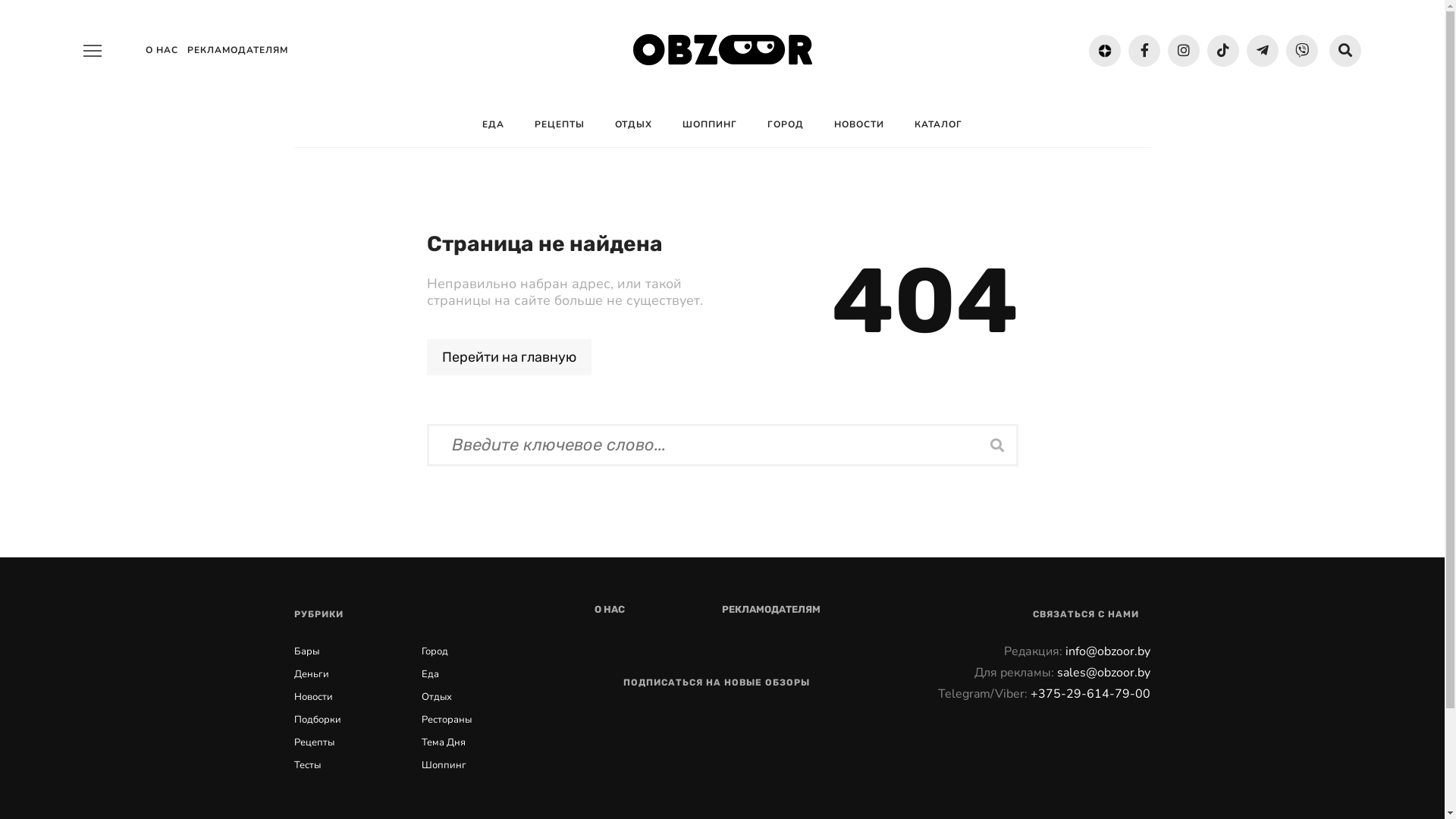 This screenshot has width=1456, height=819. Describe the element at coordinates (1107, 651) in the screenshot. I see `'info@obzoor.by'` at that location.